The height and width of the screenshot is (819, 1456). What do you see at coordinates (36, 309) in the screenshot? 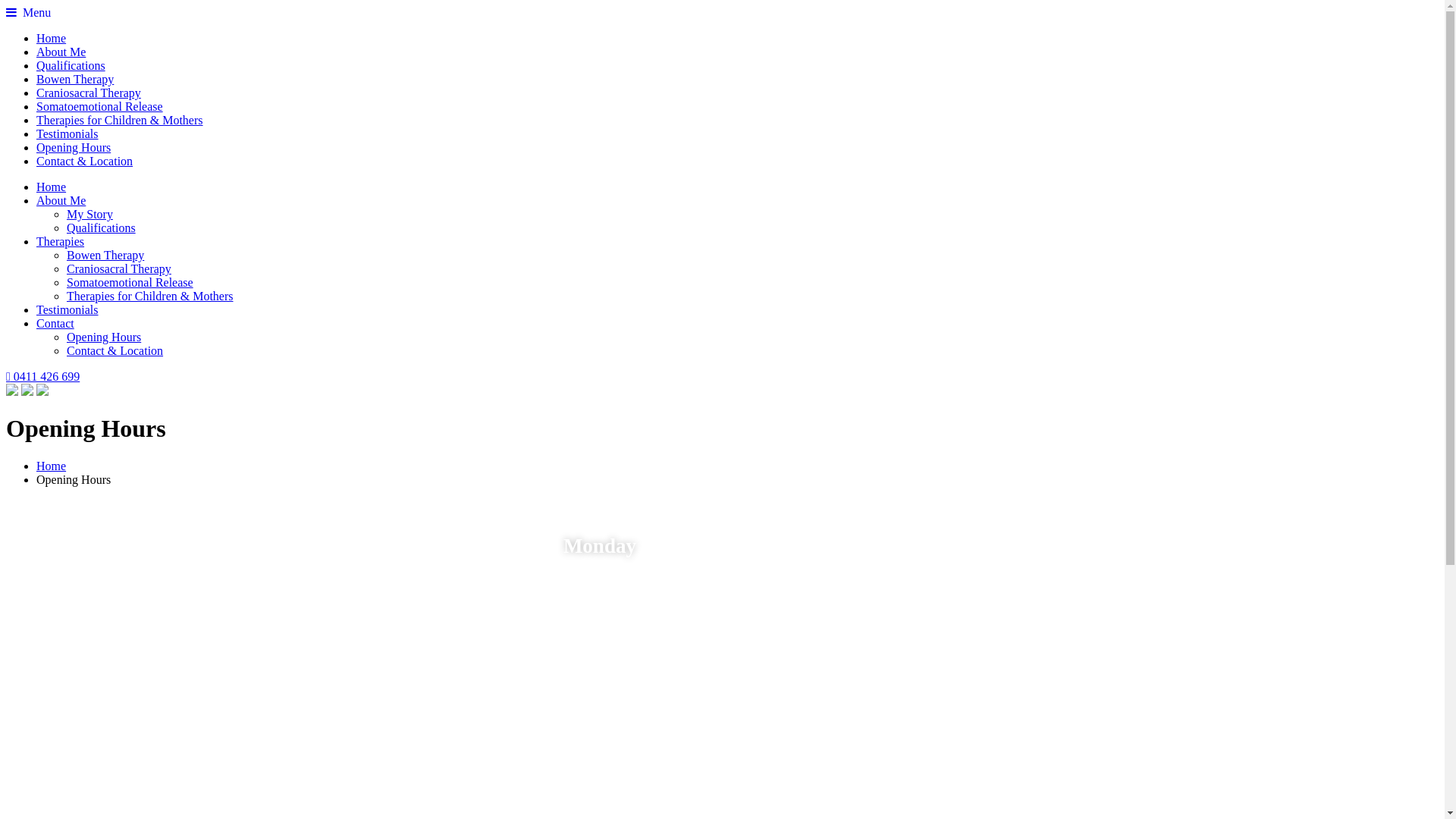
I see `'Testimonials'` at bounding box center [36, 309].